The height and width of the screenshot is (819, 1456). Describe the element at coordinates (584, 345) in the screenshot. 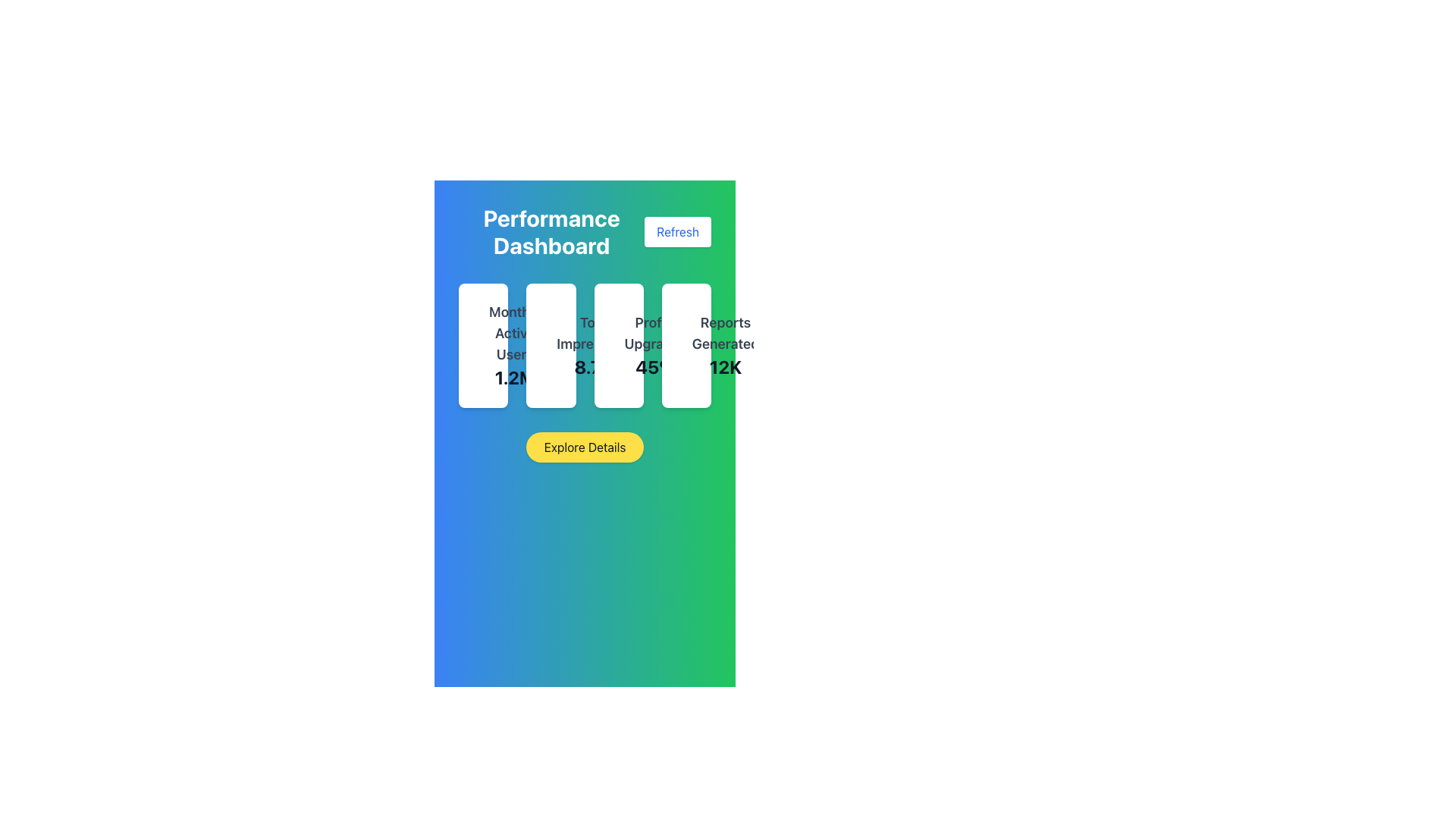

I see `metrics displayed in the grid layout located beneath the 'Performance Dashboard' heading and above the 'Explore Details' button` at that location.